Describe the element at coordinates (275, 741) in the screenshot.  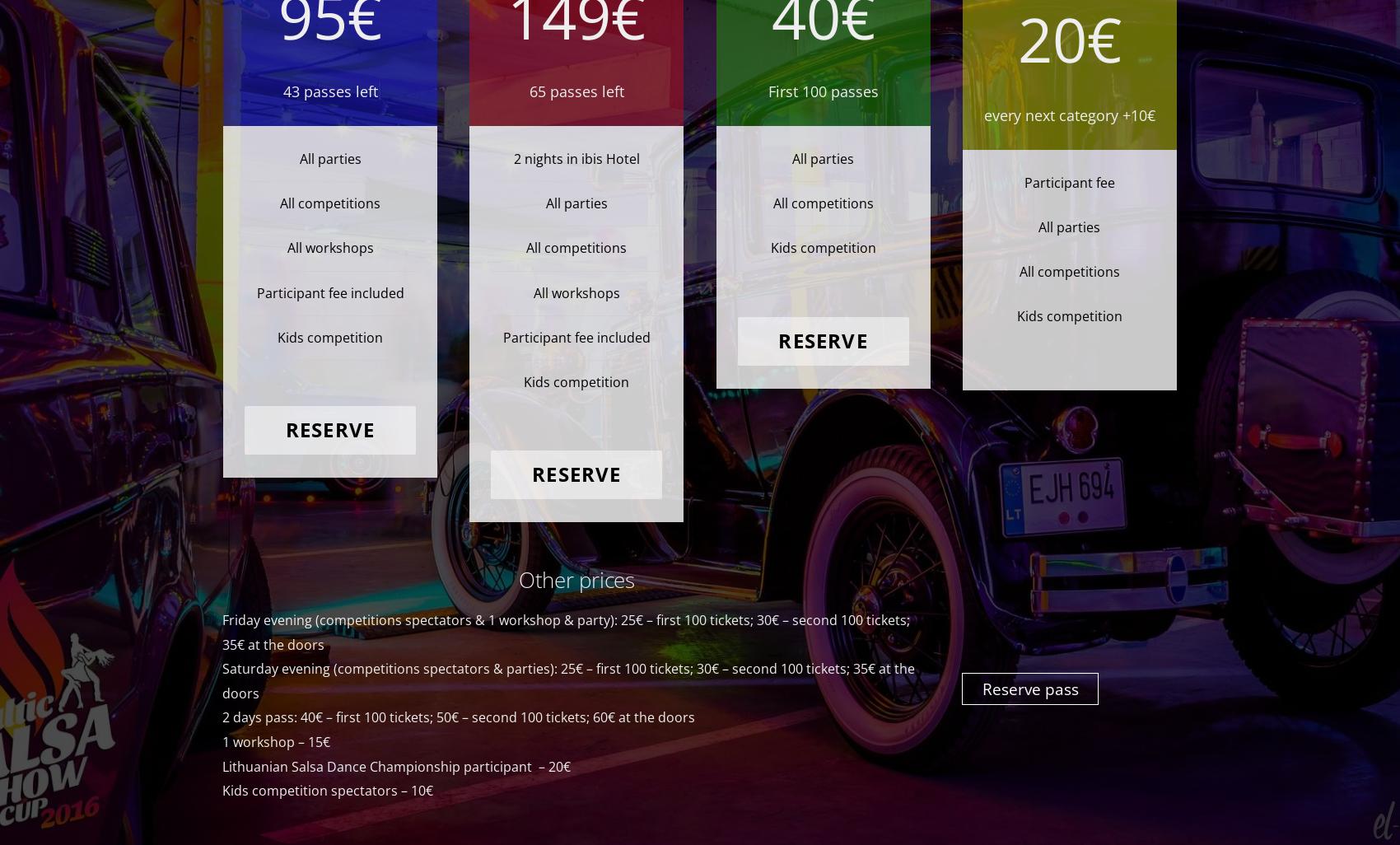
I see `'1 workshop – 15€'` at that location.